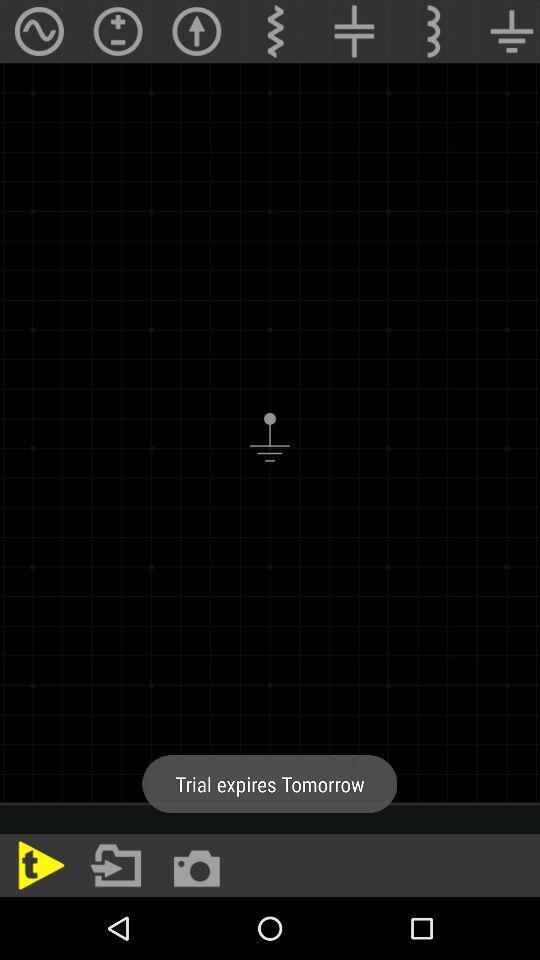  What do you see at coordinates (432, 32) in the screenshot?
I see `the more icon` at bounding box center [432, 32].